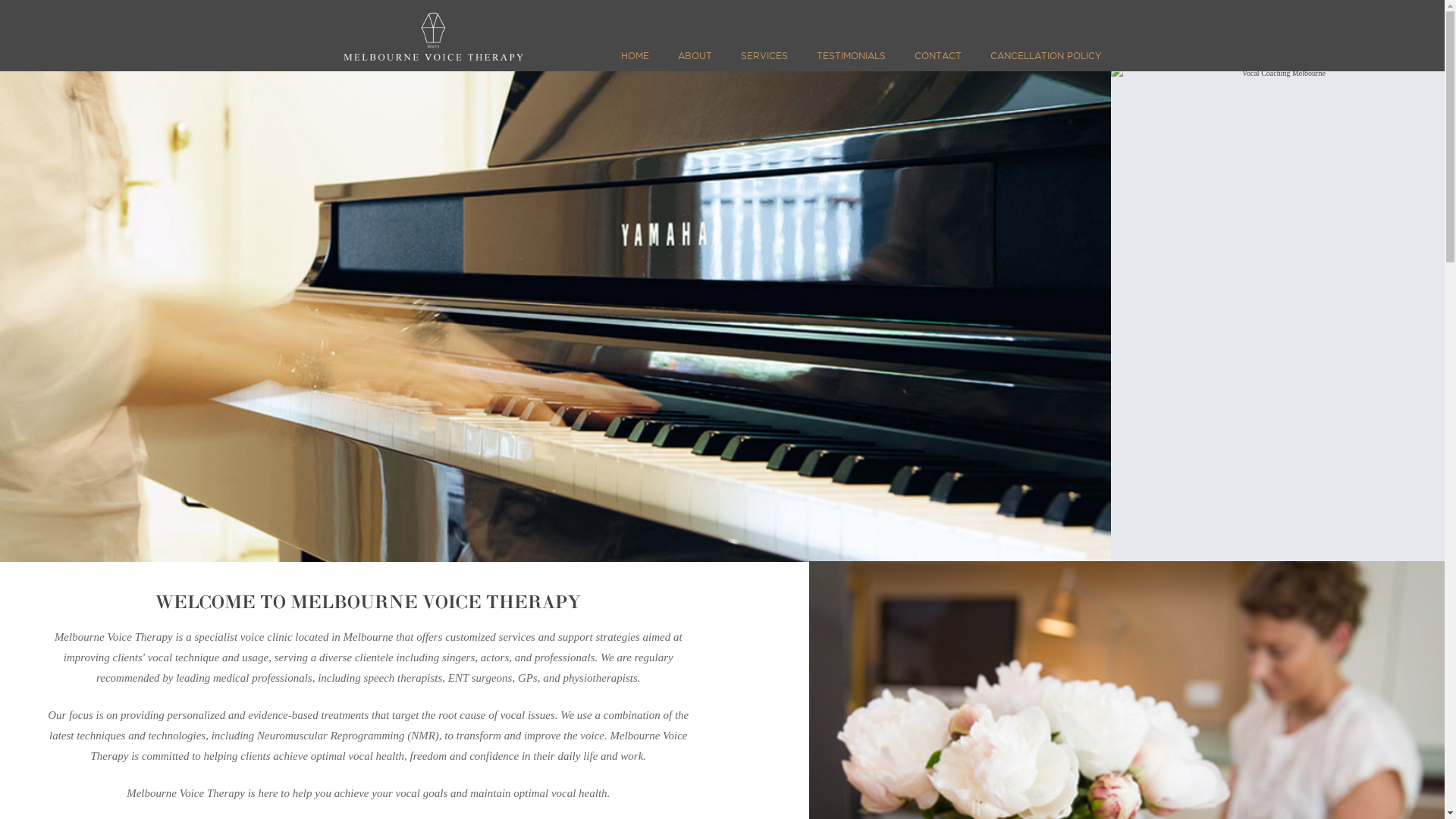  What do you see at coordinates (850, 61) in the screenshot?
I see `'TESTIMONIALS'` at bounding box center [850, 61].